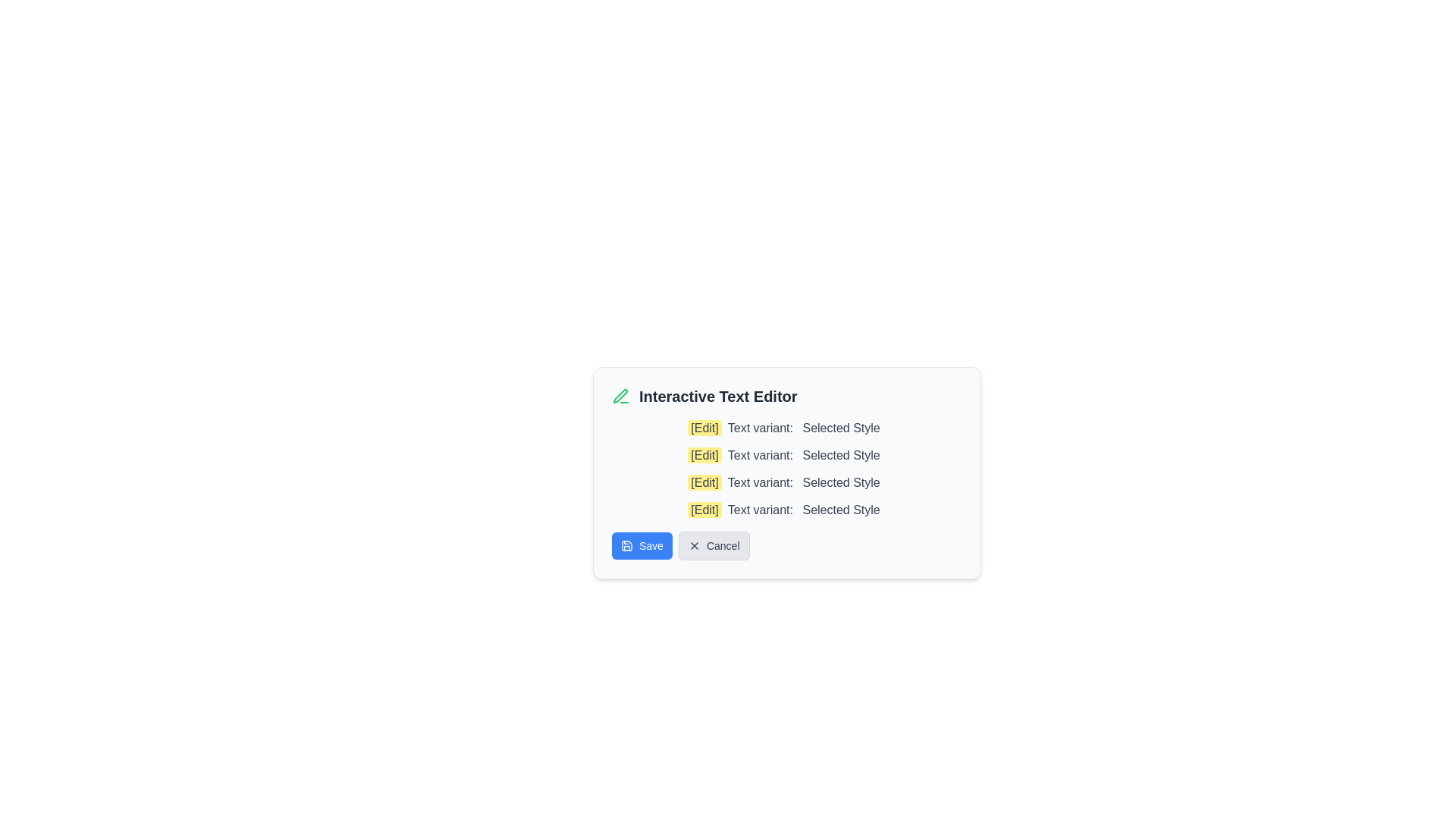  What do you see at coordinates (786, 546) in the screenshot?
I see `the group of interactive buttons labeled 'Save' and 'Cancel'` at bounding box center [786, 546].